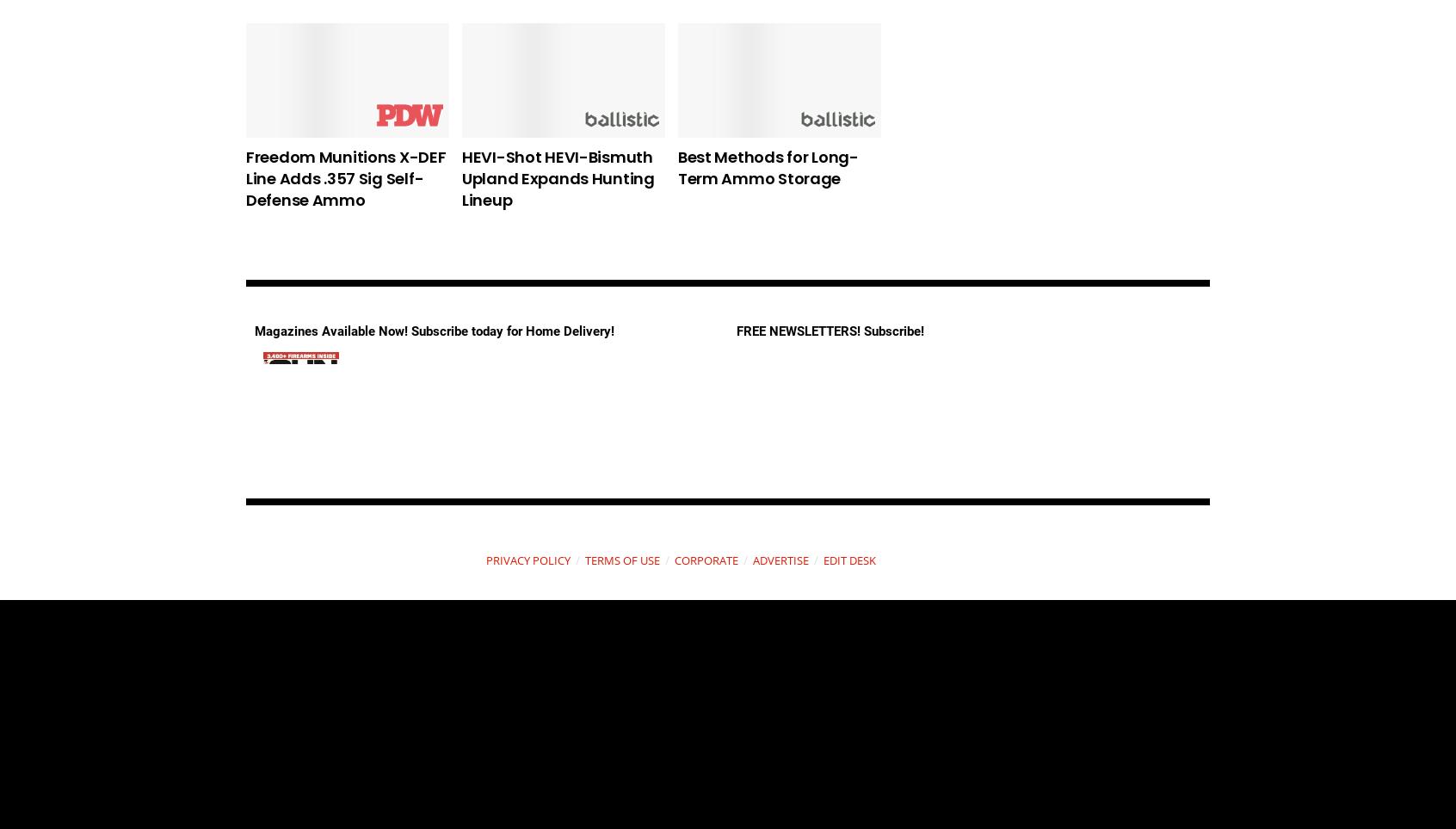 This screenshot has height=829, width=1456. Describe the element at coordinates (779, 559) in the screenshot. I see `'ADVERTISE'` at that location.